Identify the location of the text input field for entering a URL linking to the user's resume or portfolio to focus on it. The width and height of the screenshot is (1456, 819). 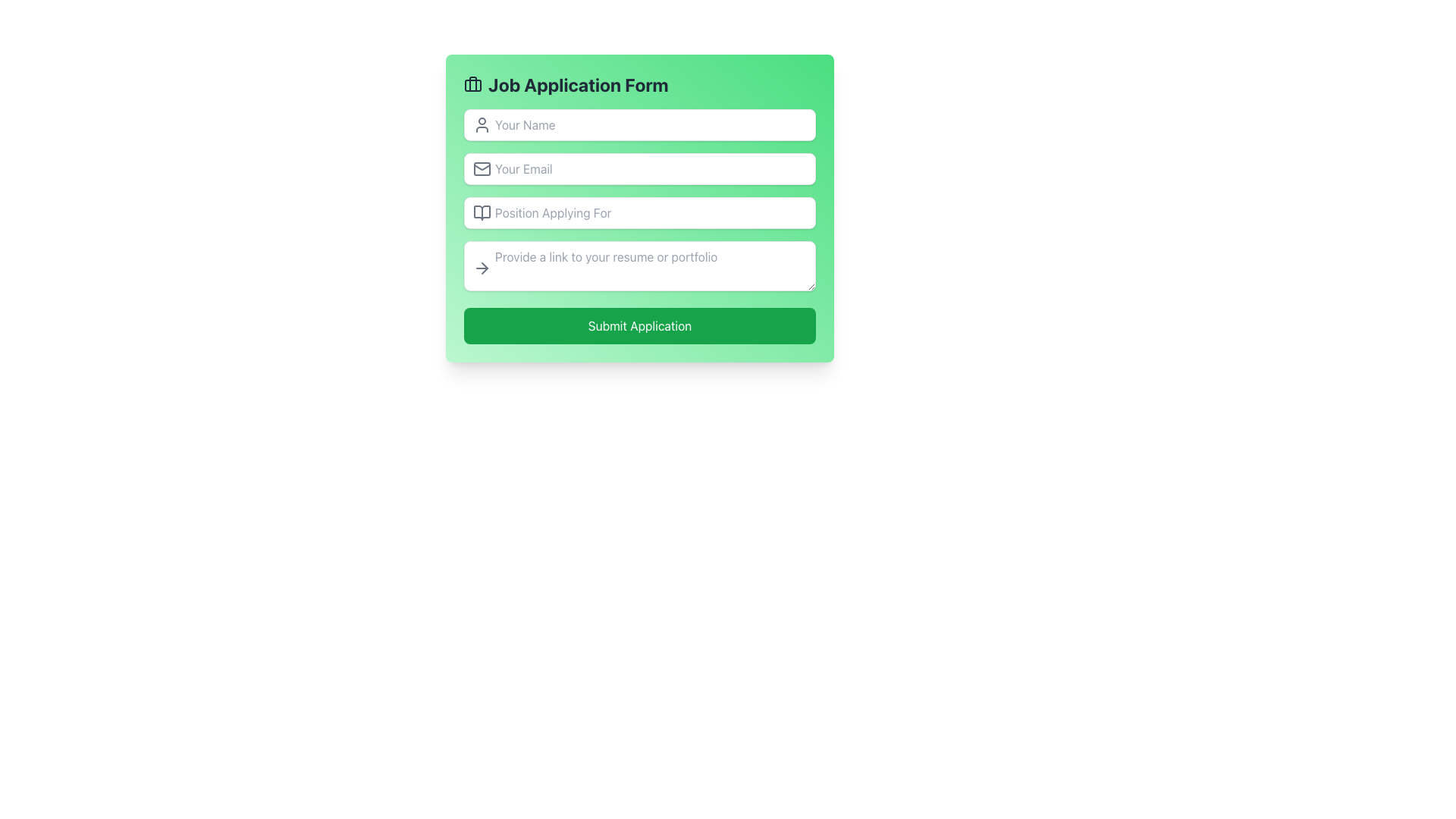
(640, 268).